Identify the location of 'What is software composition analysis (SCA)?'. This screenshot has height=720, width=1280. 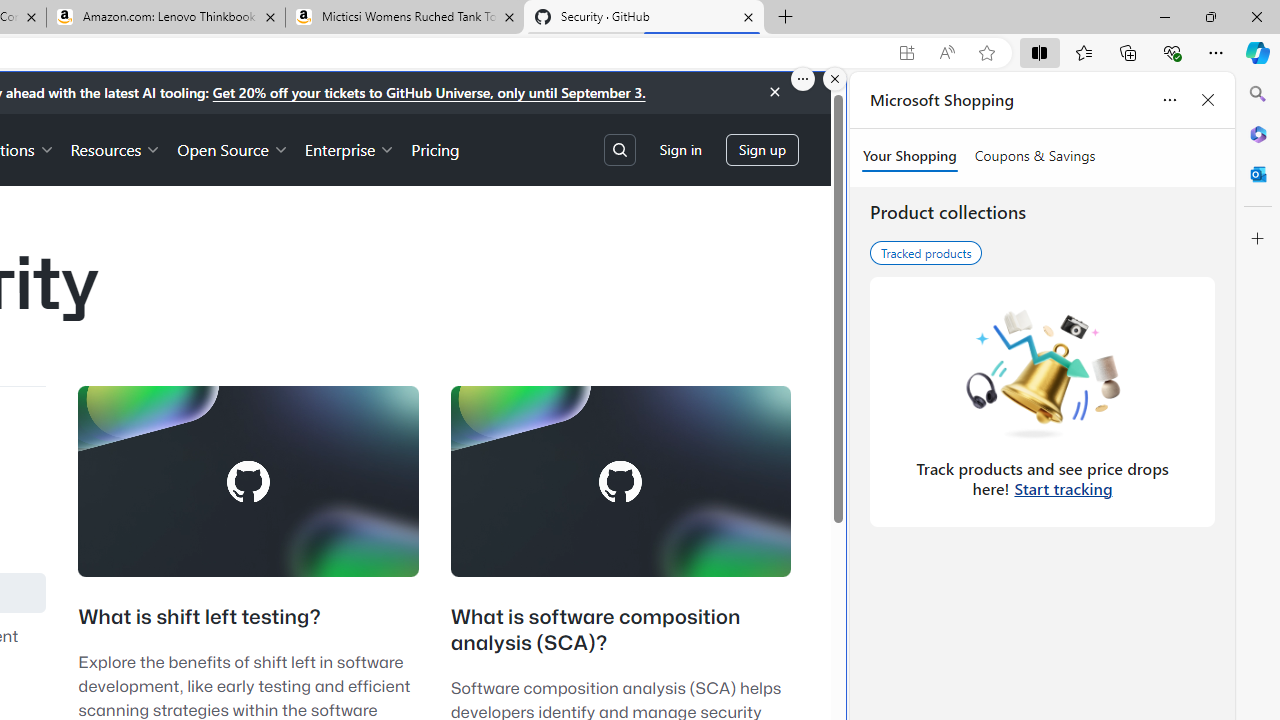
(594, 630).